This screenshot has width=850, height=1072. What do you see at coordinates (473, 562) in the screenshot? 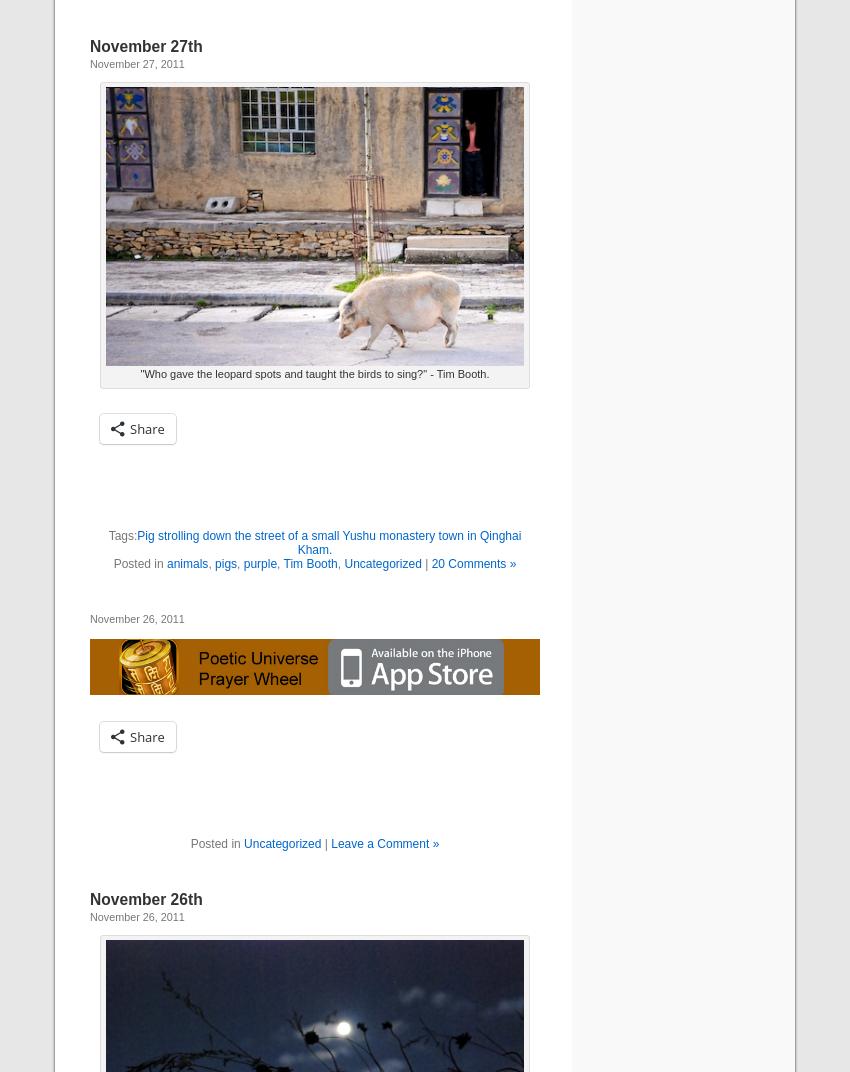
I see `'20 Comments »'` at bounding box center [473, 562].